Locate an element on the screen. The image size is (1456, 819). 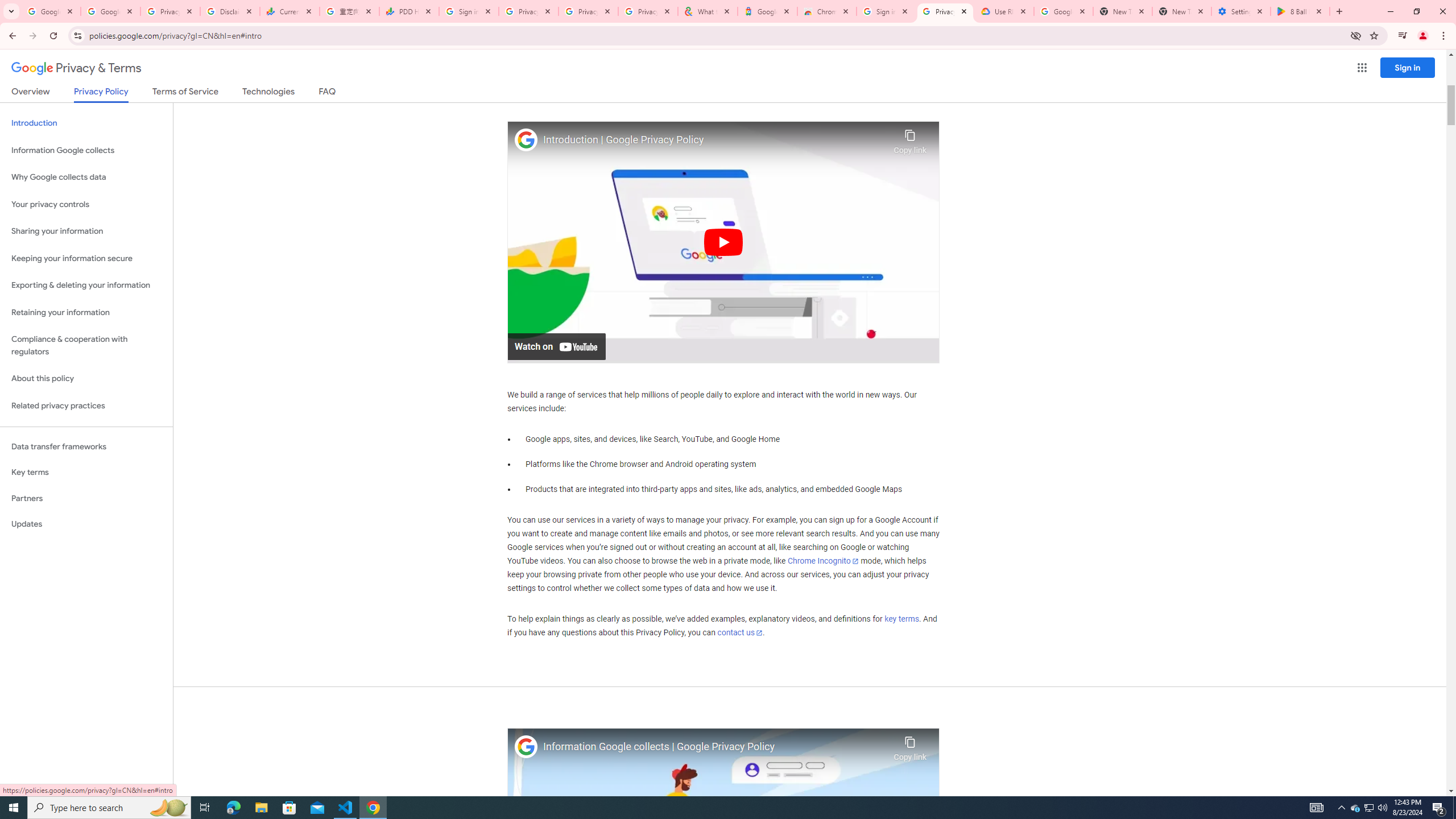
'Copy link' is located at coordinates (909, 745).